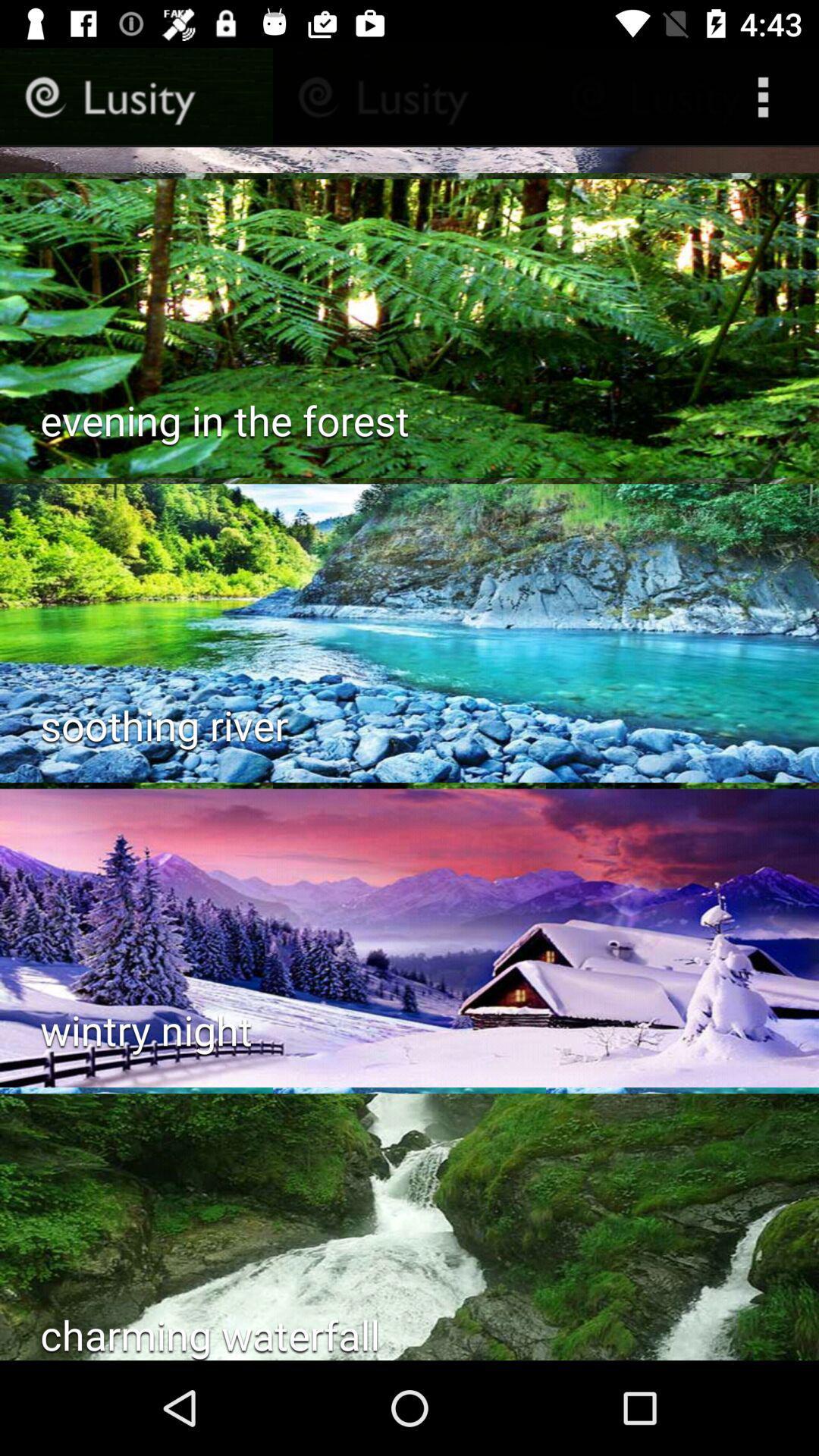  I want to click on the more icon, so click(767, 96).